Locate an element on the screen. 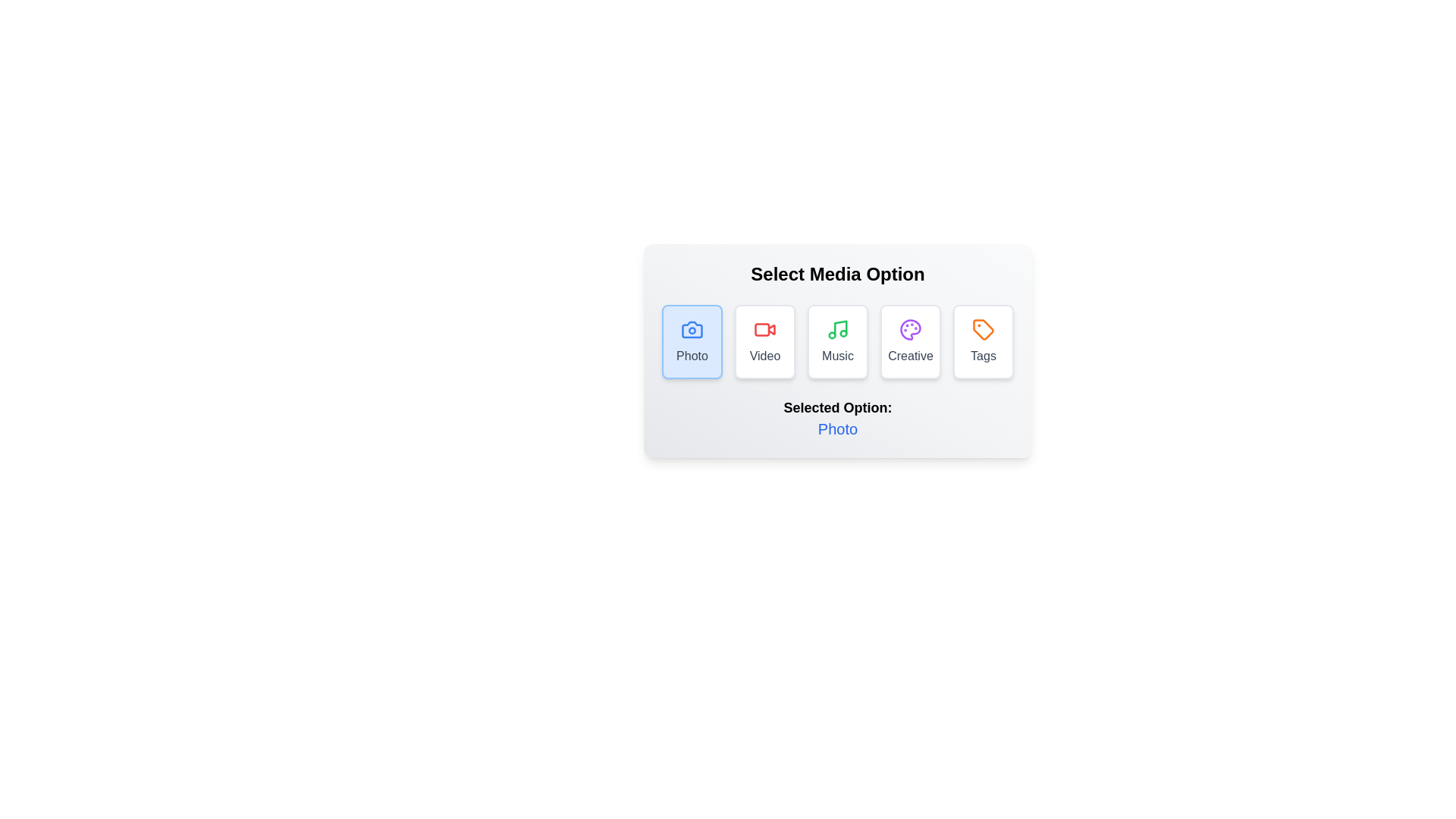 The image size is (1456, 819). the media option Video by clicking on its corresponding button is located at coordinates (764, 342).